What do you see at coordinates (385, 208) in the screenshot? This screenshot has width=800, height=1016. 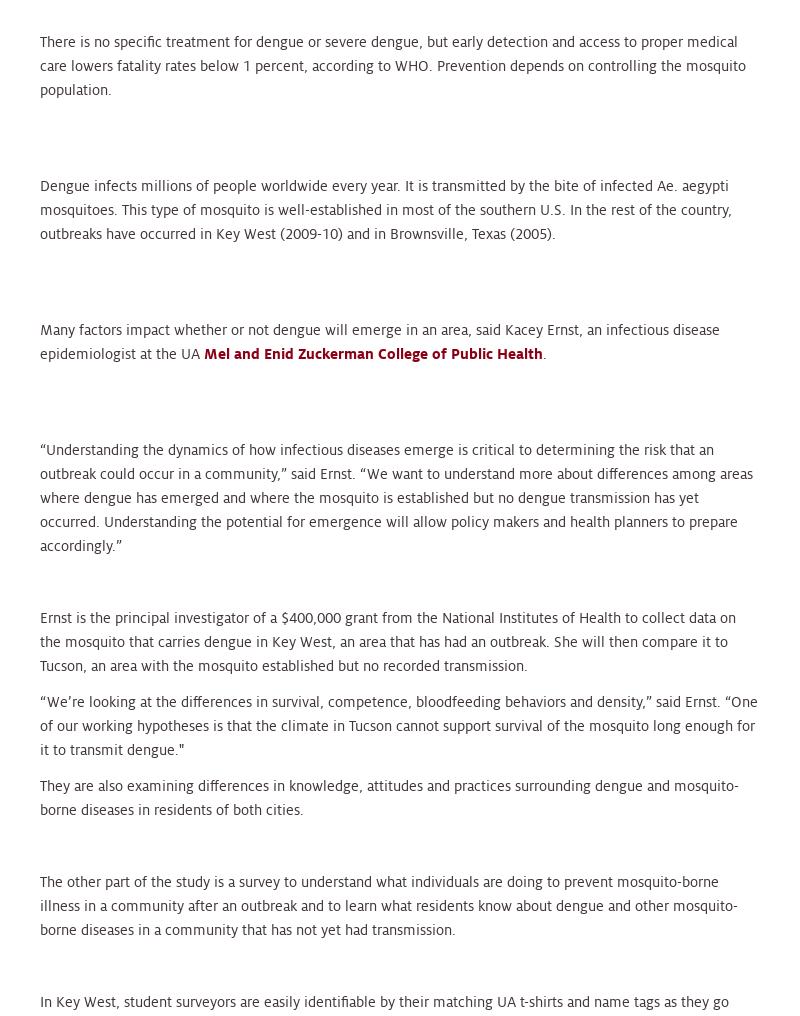 I see `'Dengue infects millions of people worldwide every year. It is transmitted by the bite of infected Ae. aegypti mosquitoes. This type of mosquito is well-established in most of the southern U.S. In the rest of the country, outbreaks have occurred in Key West (2009-10) and in Brownsville, Texas (2005).'` at bounding box center [385, 208].